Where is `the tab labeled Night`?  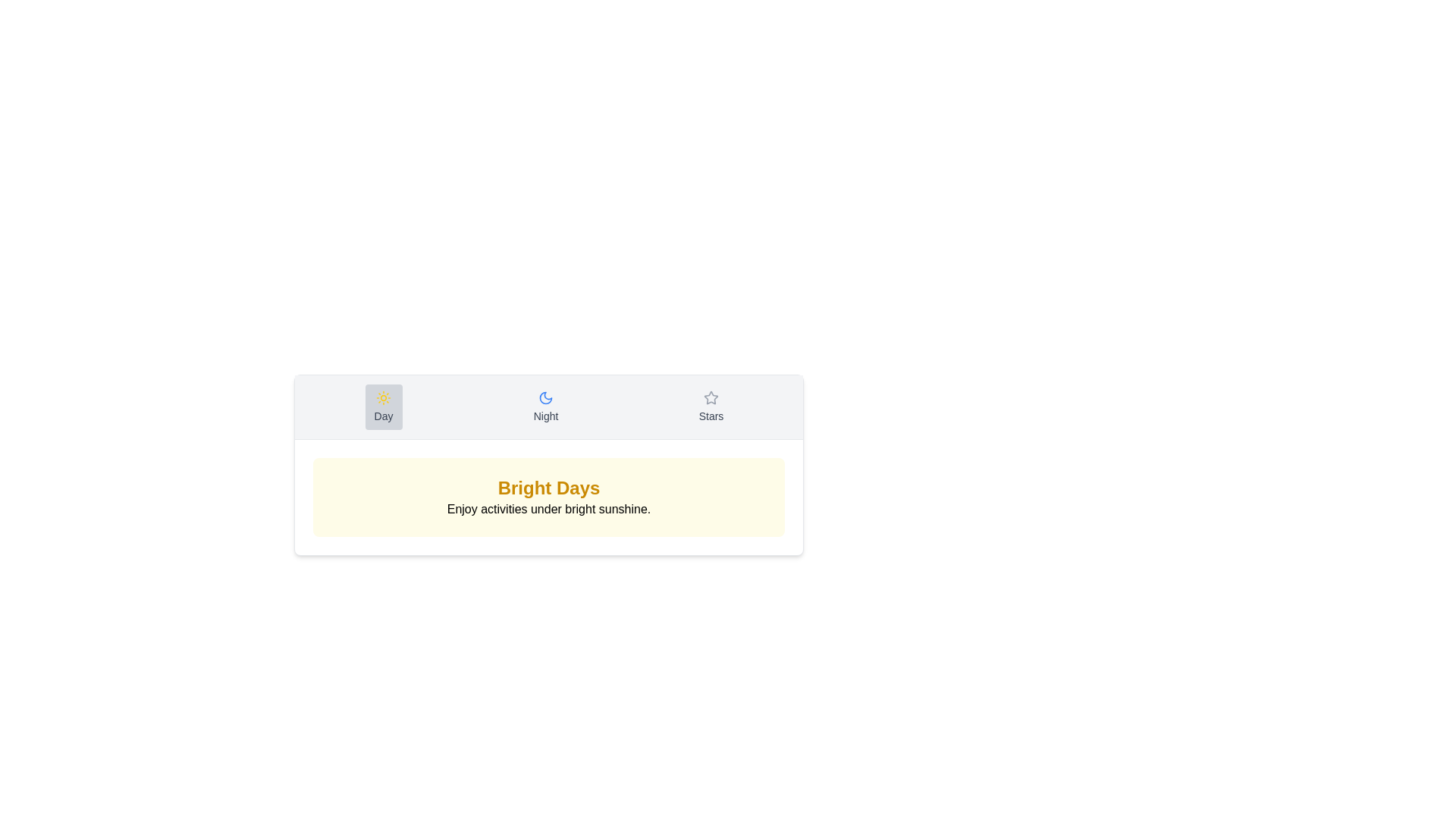
the tab labeled Night is located at coordinates (546, 406).